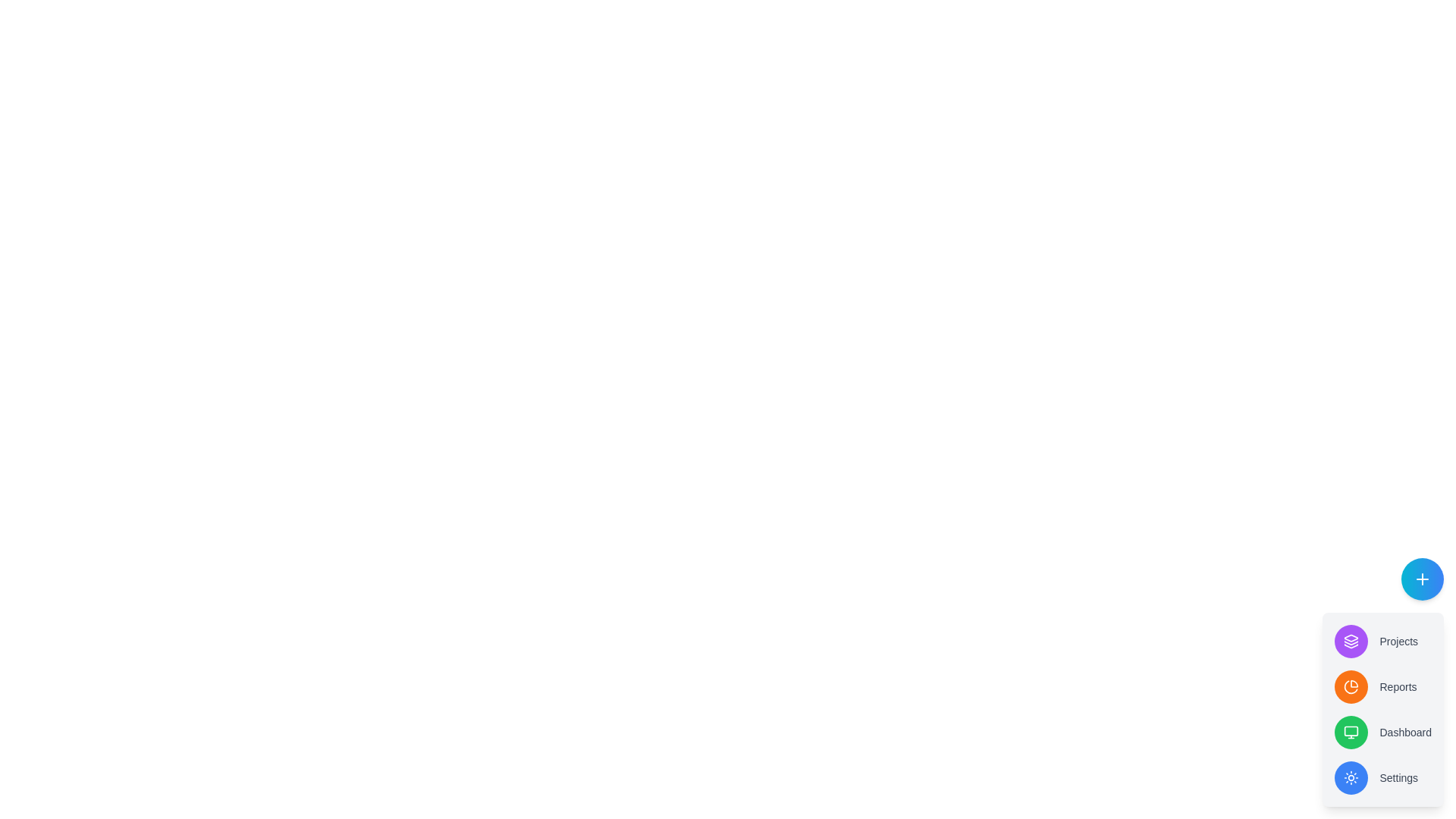 The width and height of the screenshot is (1456, 819). I want to click on the 'Reports' icon button, which is the second item in a vertical stack of four icons located at the bottom right corner of the main interface, so click(1351, 687).